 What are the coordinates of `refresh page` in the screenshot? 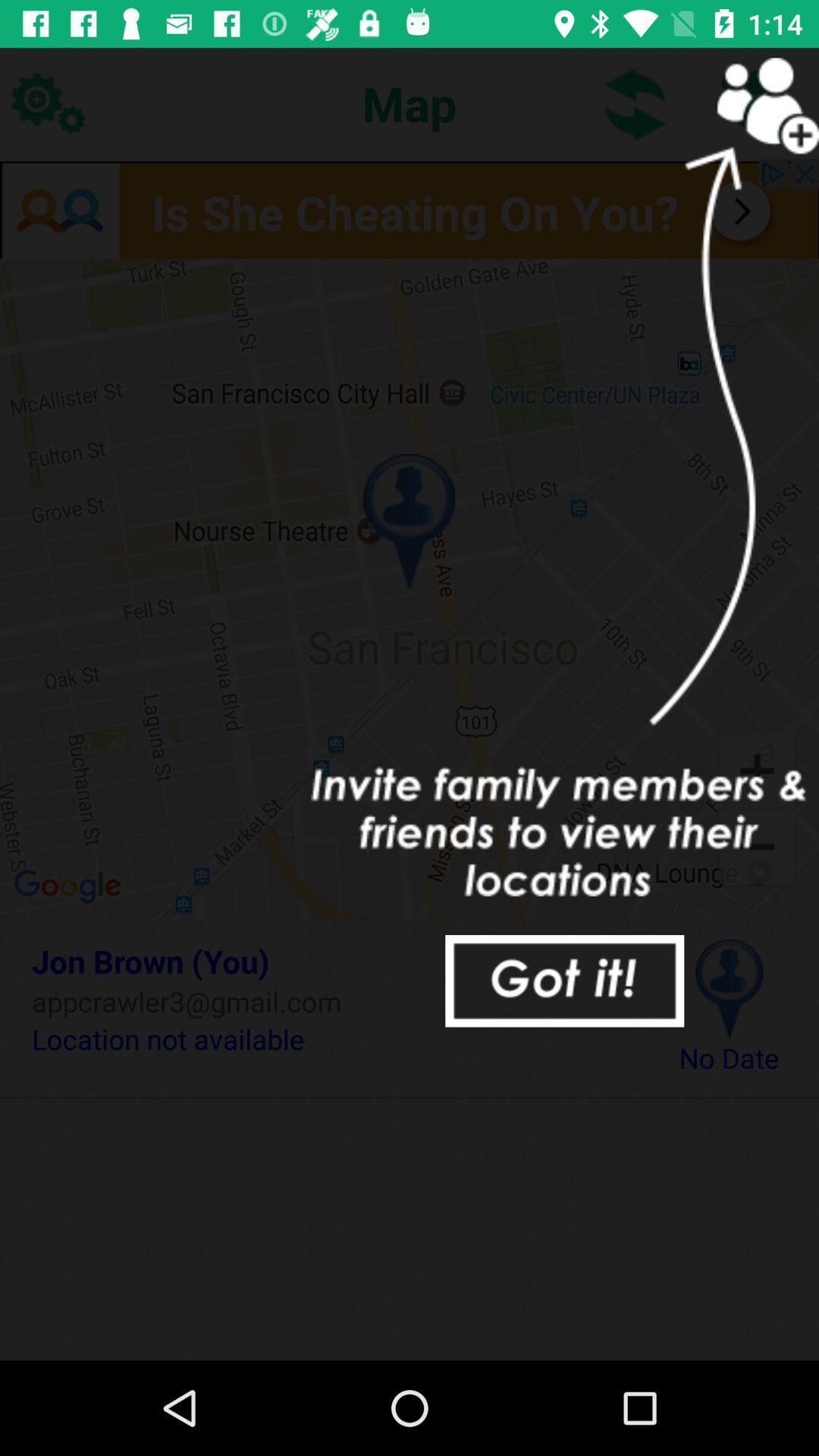 It's located at (635, 102).